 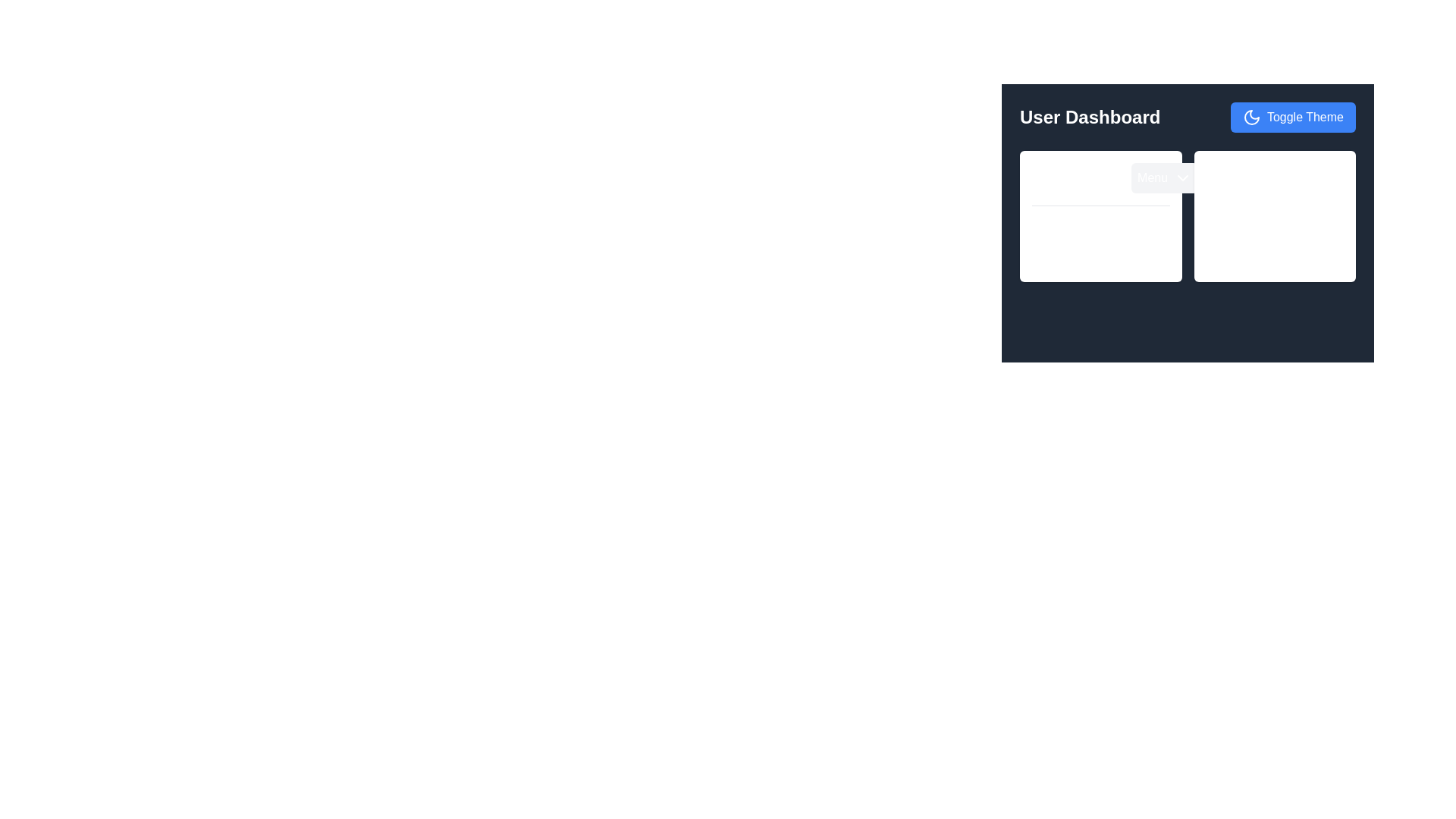 What do you see at coordinates (1292, 116) in the screenshot?
I see `the 'Toggle Theme' button in the top-right corner of the User Dashboard` at bounding box center [1292, 116].